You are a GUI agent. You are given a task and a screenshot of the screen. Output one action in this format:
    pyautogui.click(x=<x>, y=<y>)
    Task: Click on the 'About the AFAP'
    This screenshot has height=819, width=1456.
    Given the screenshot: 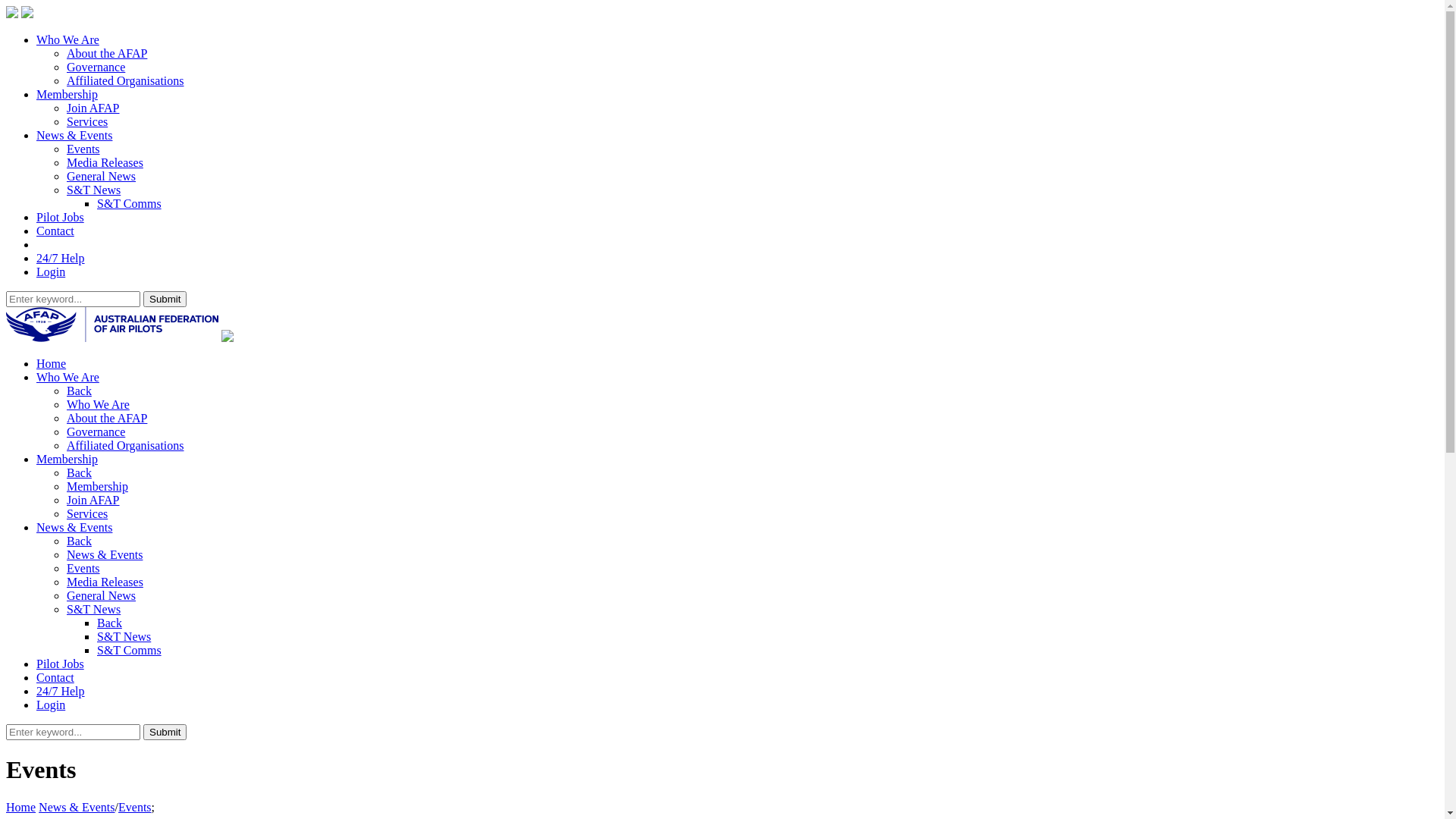 What is the action you would take?
    pyautogui.click(x=105, y=52)
    